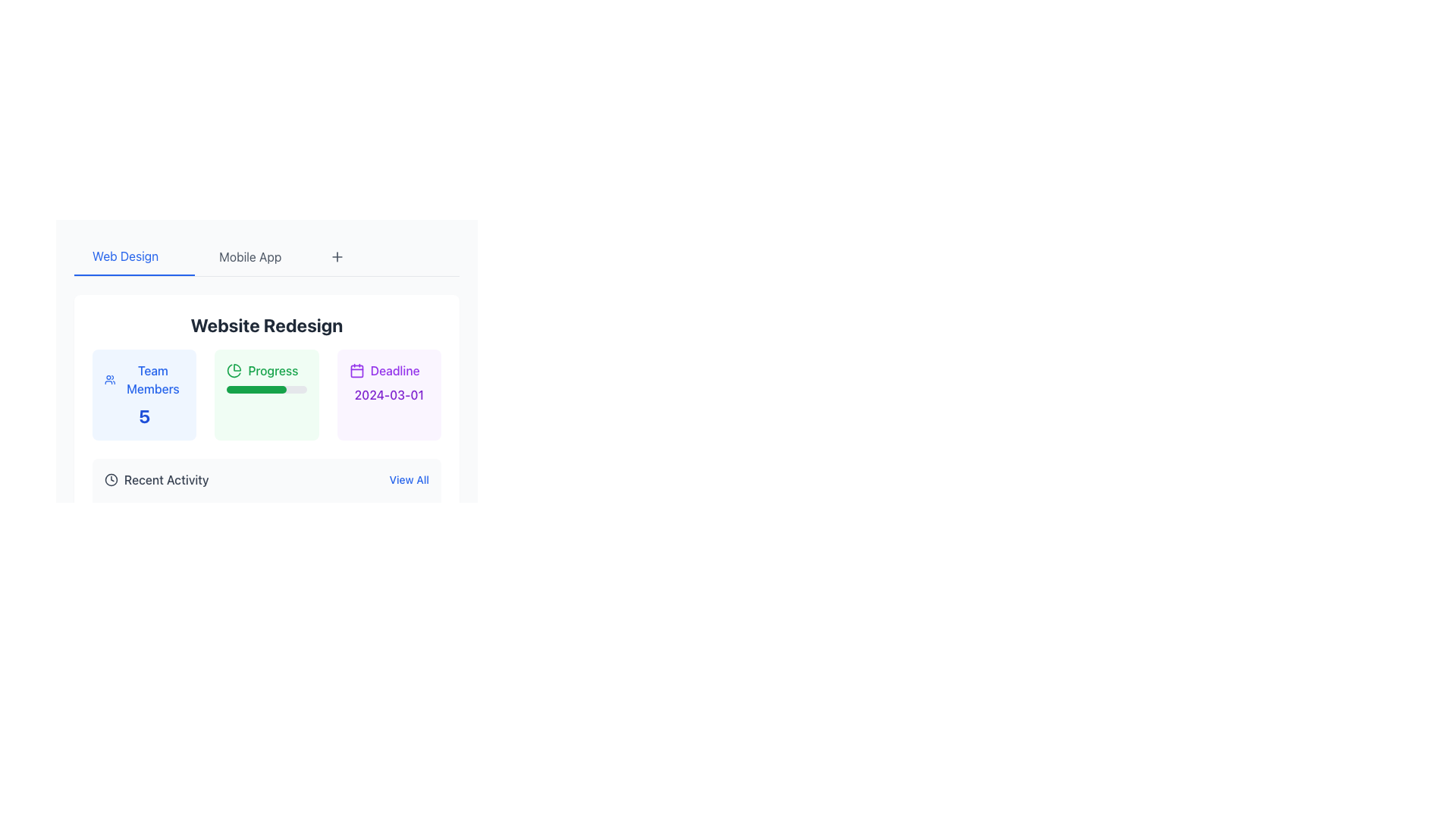 The height and width of the screenshot is (819, 1456). I want to click on the 'time' or 'recent updates' icon located to the left of the 'Recent Activity' label if it is interactive, so click(111, 479).